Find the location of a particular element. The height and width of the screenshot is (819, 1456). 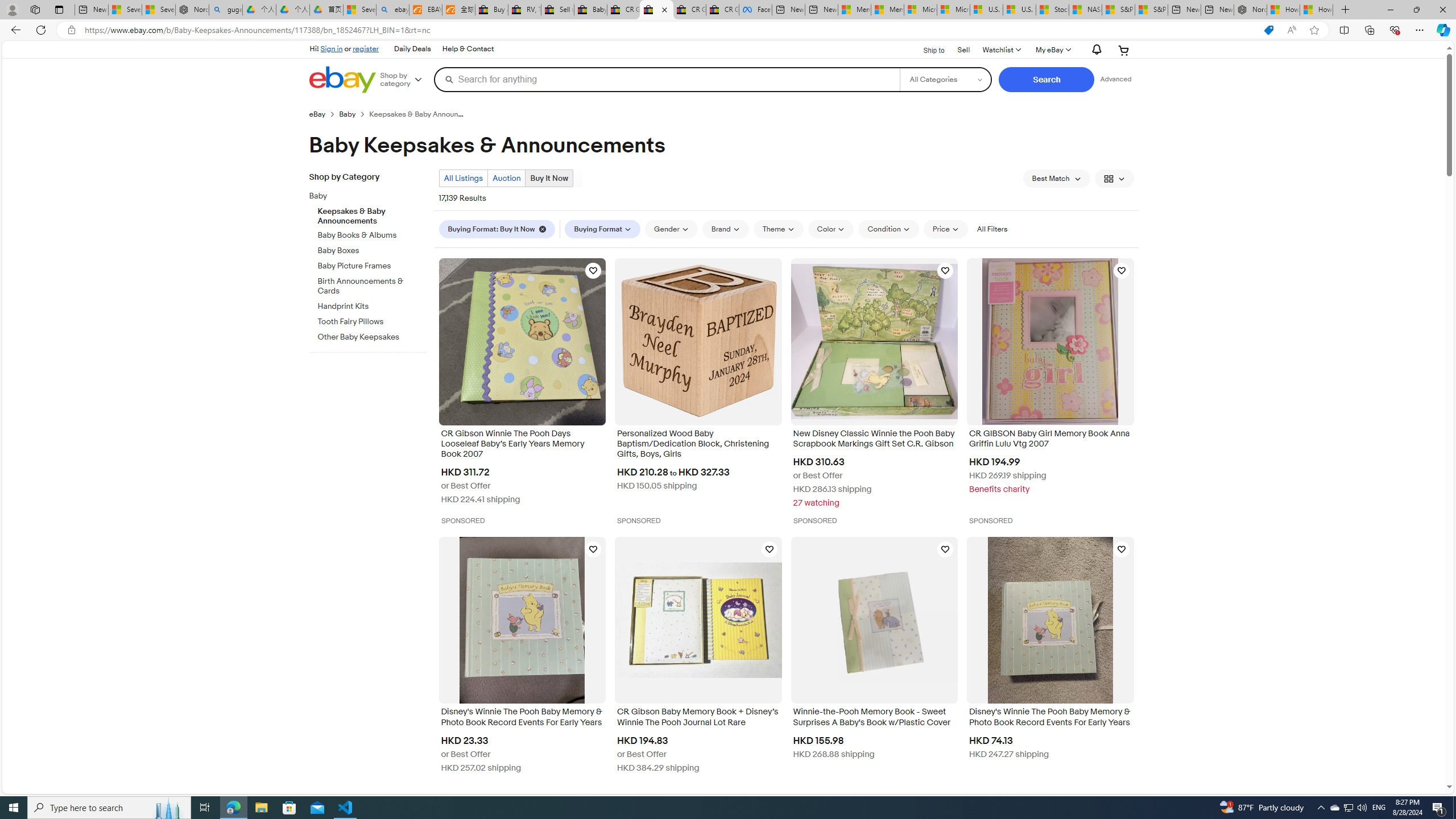

'Daily Deals' is located at coordinates (411, 48).